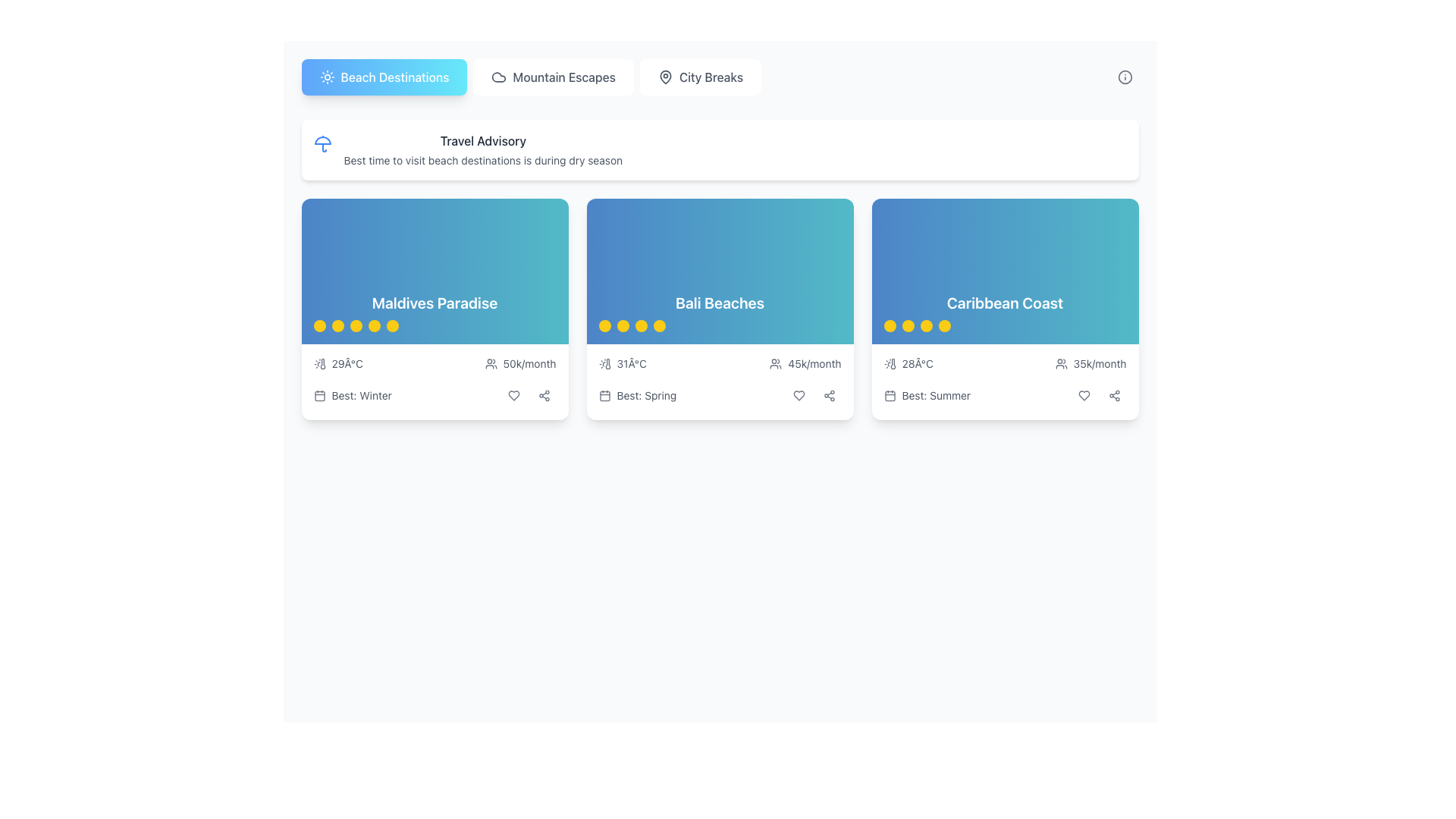  What do you see at coordinates (926, 394) in the screenshot?
I see `the non-interactive text element displaying 'Summer' for the 'Caribbean Coast' destination, located at the lower-right corner of the card` at bounding box center [926, 394].